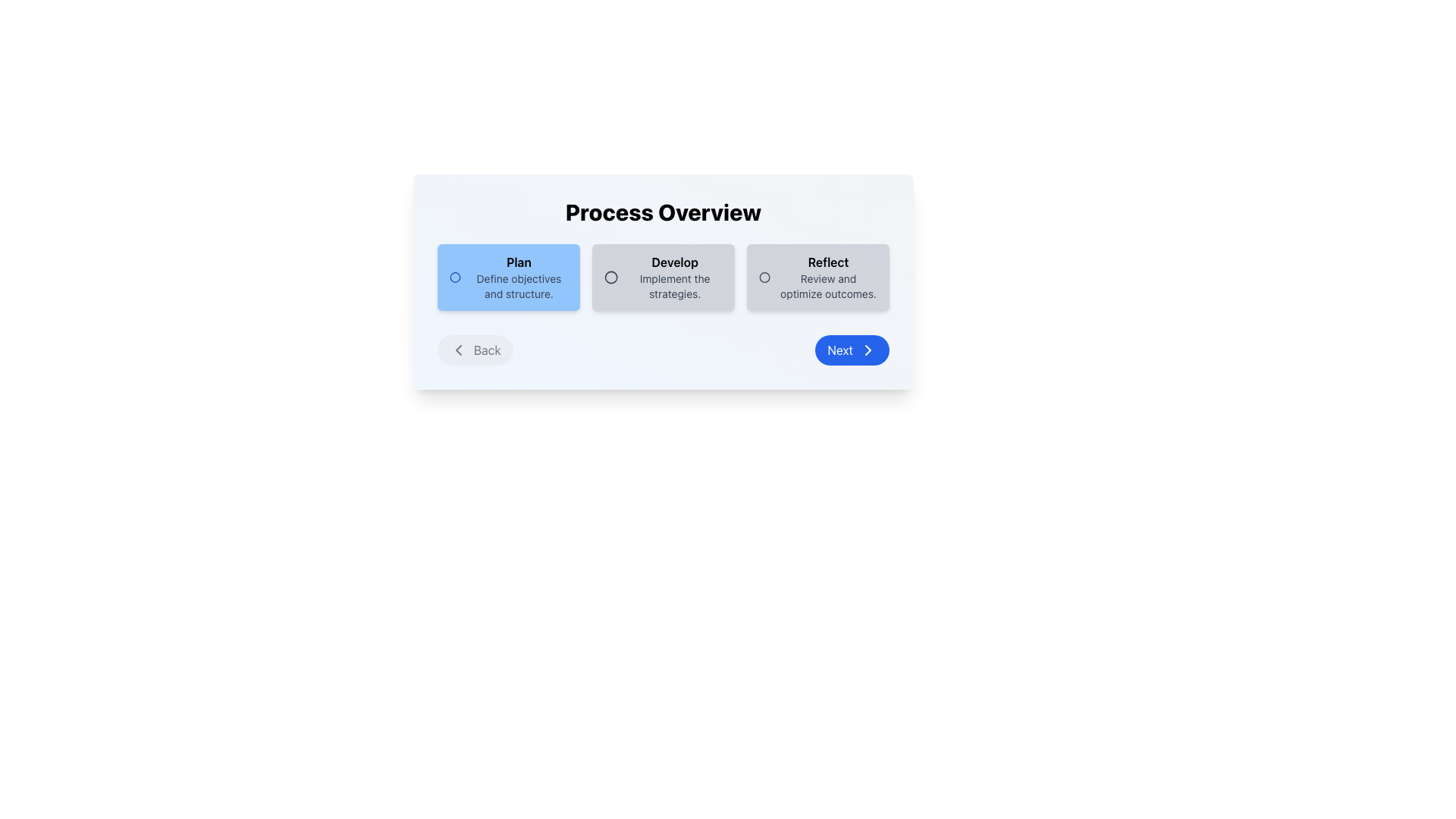 The width and height of the screenshot is (1456, 819). What do you see at coordinates (457, 350) in the screenshot?
I see `the 'Back' button icon, which is the leftmost component in the 'Process Overview' panel, indicating navigation to a previous step` at bounding box center [457, 350].